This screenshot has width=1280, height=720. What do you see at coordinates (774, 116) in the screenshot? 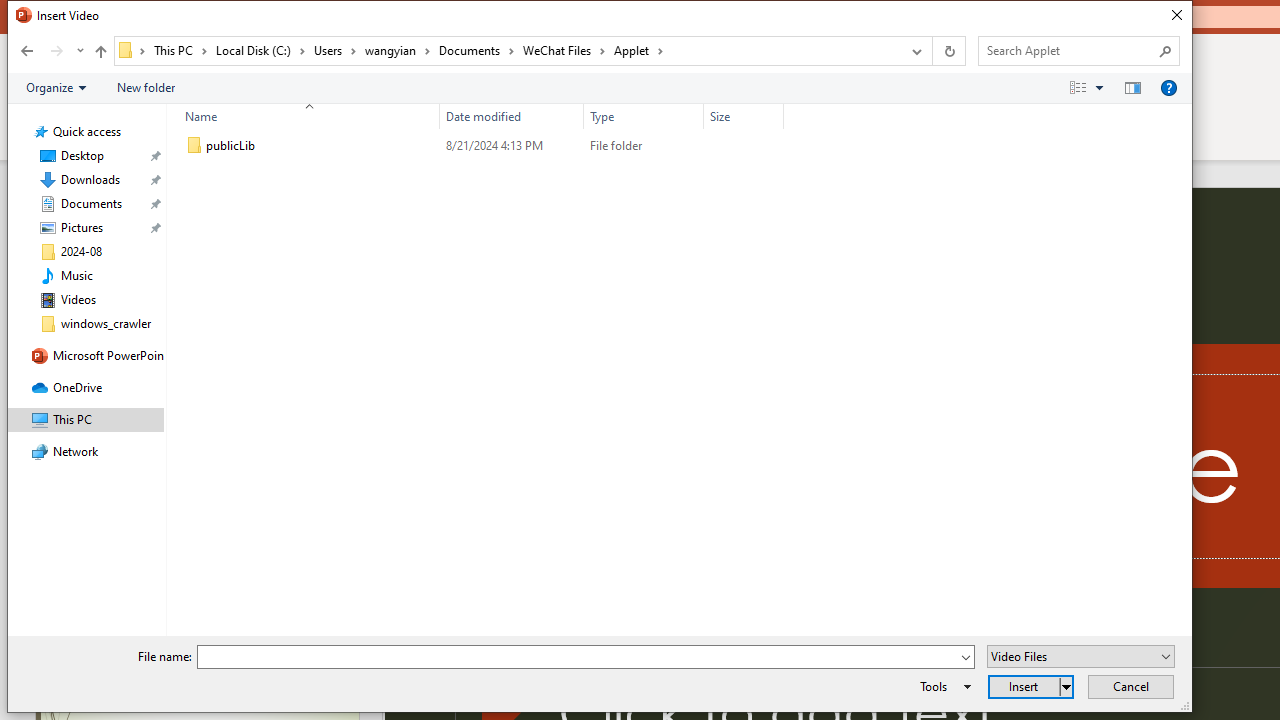
I see `'Filter dropdown'` at bounding box center [774, 116].